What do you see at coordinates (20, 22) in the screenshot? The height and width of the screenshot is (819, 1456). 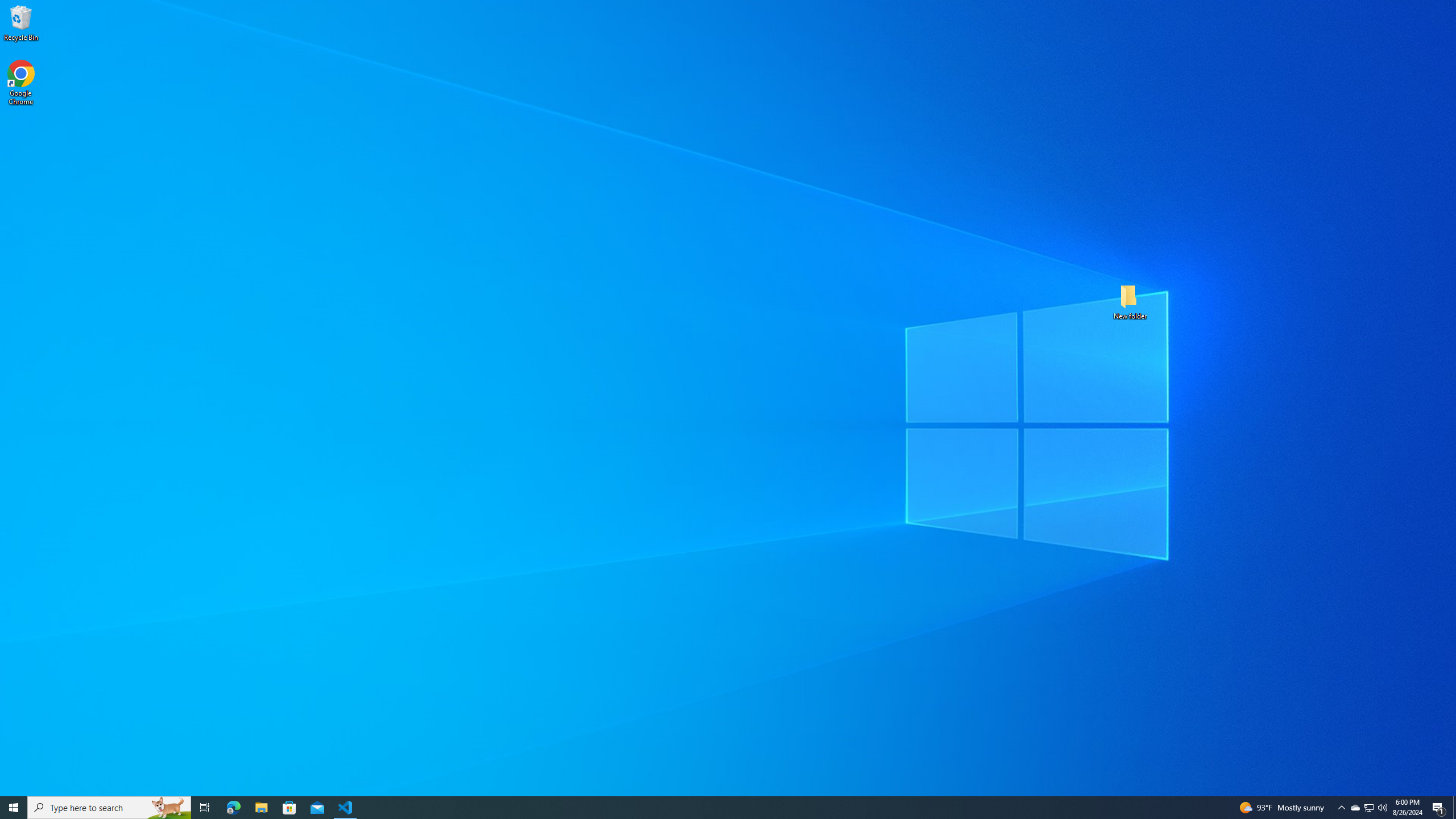 I see `'Recycle Bin'` at bounding box center [20, 22].